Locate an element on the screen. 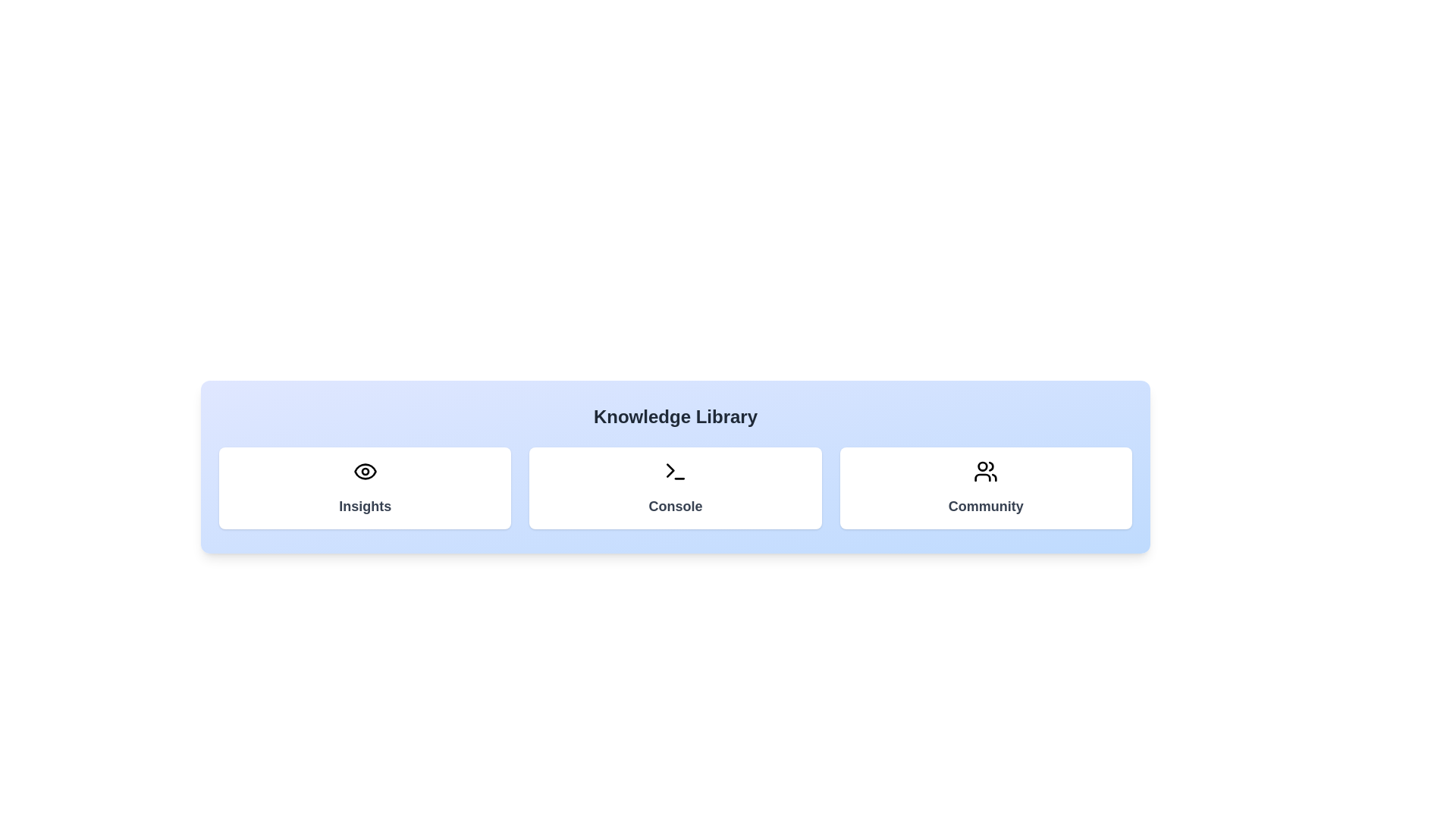  the eye-shaped icon located at the top central part of the 'Insights' card, symbolizing visibility or insights is located at coordinates (365, 470).